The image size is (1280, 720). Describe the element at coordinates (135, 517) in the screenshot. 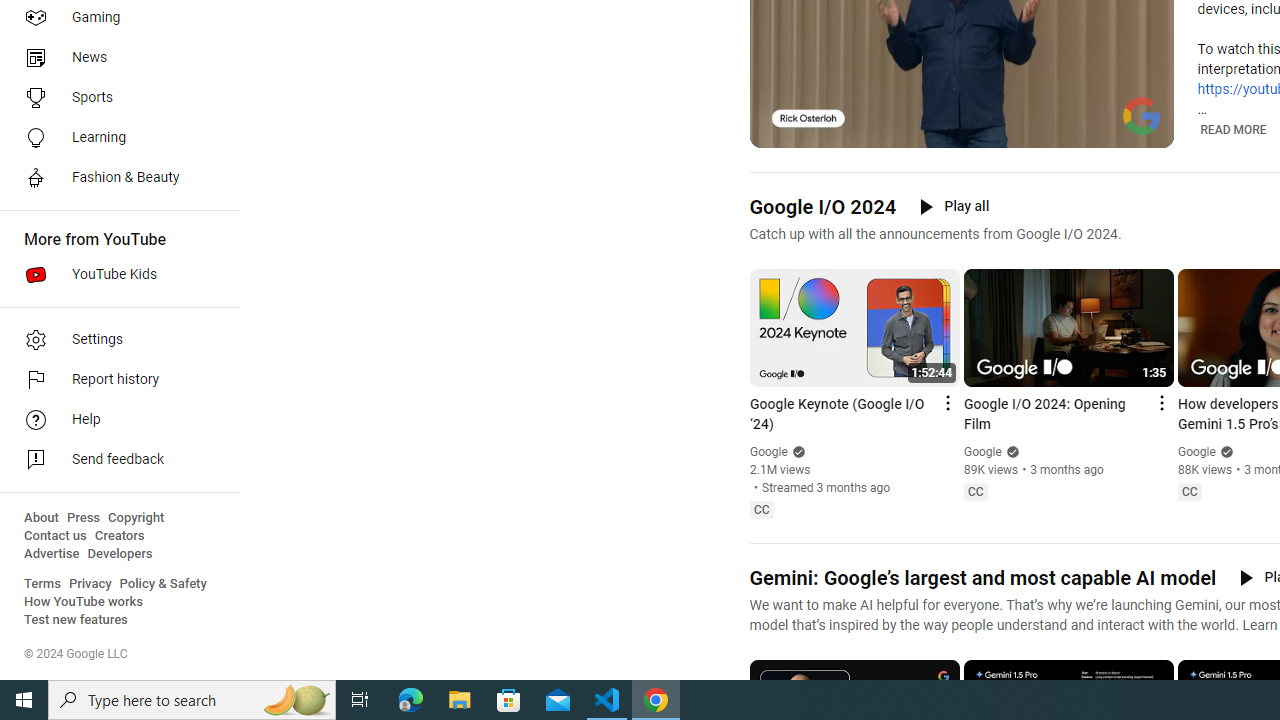

I see `'Copyright'` at that location.